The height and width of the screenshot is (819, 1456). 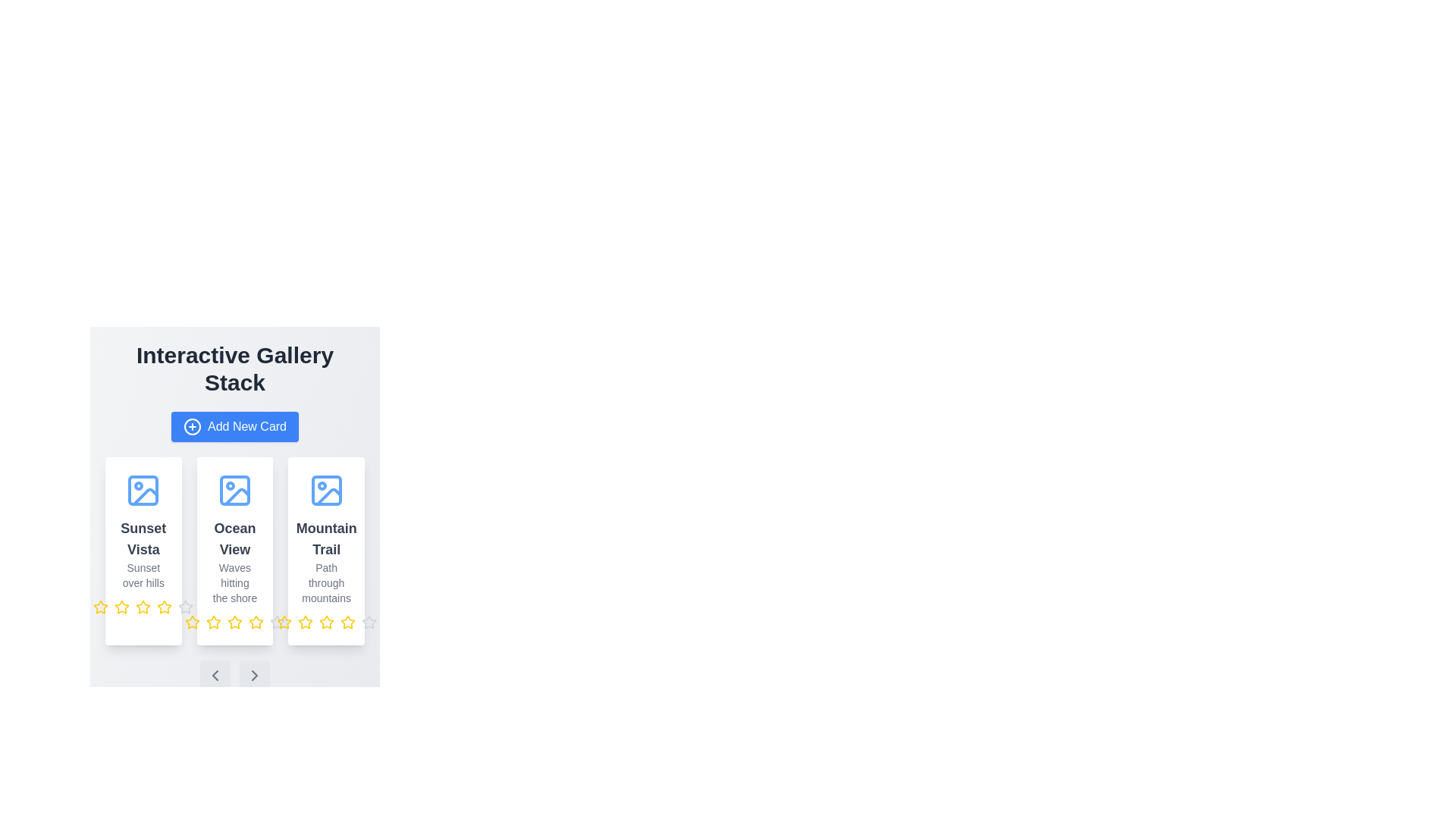 What do you see at coordinates (255, 675) in the screenshot?
I see `the small, gray right-facing chevron arrow icon` at bounding box center [255, 675].